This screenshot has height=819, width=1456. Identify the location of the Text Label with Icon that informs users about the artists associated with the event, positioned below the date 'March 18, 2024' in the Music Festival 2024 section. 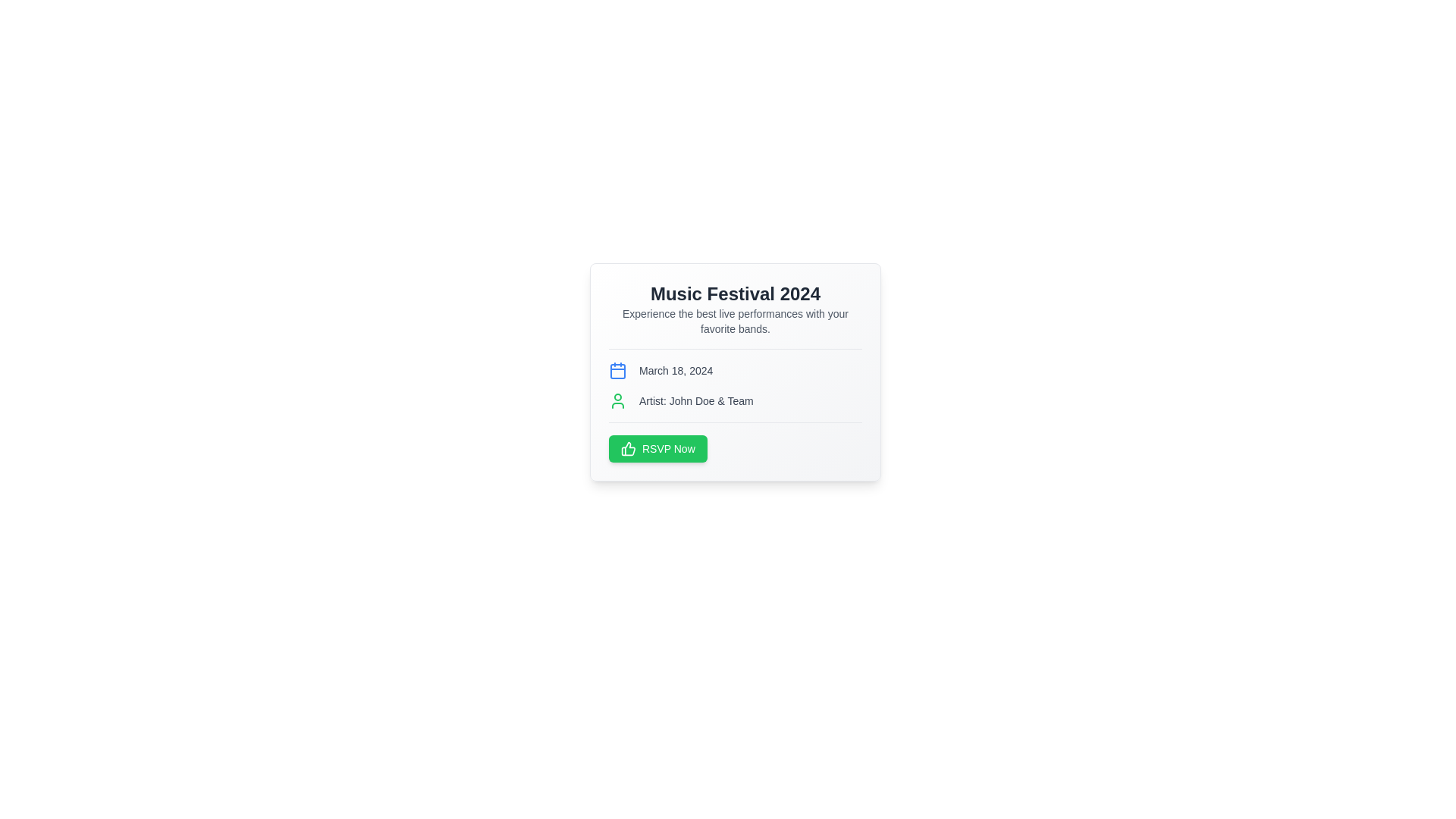
(735, 400).